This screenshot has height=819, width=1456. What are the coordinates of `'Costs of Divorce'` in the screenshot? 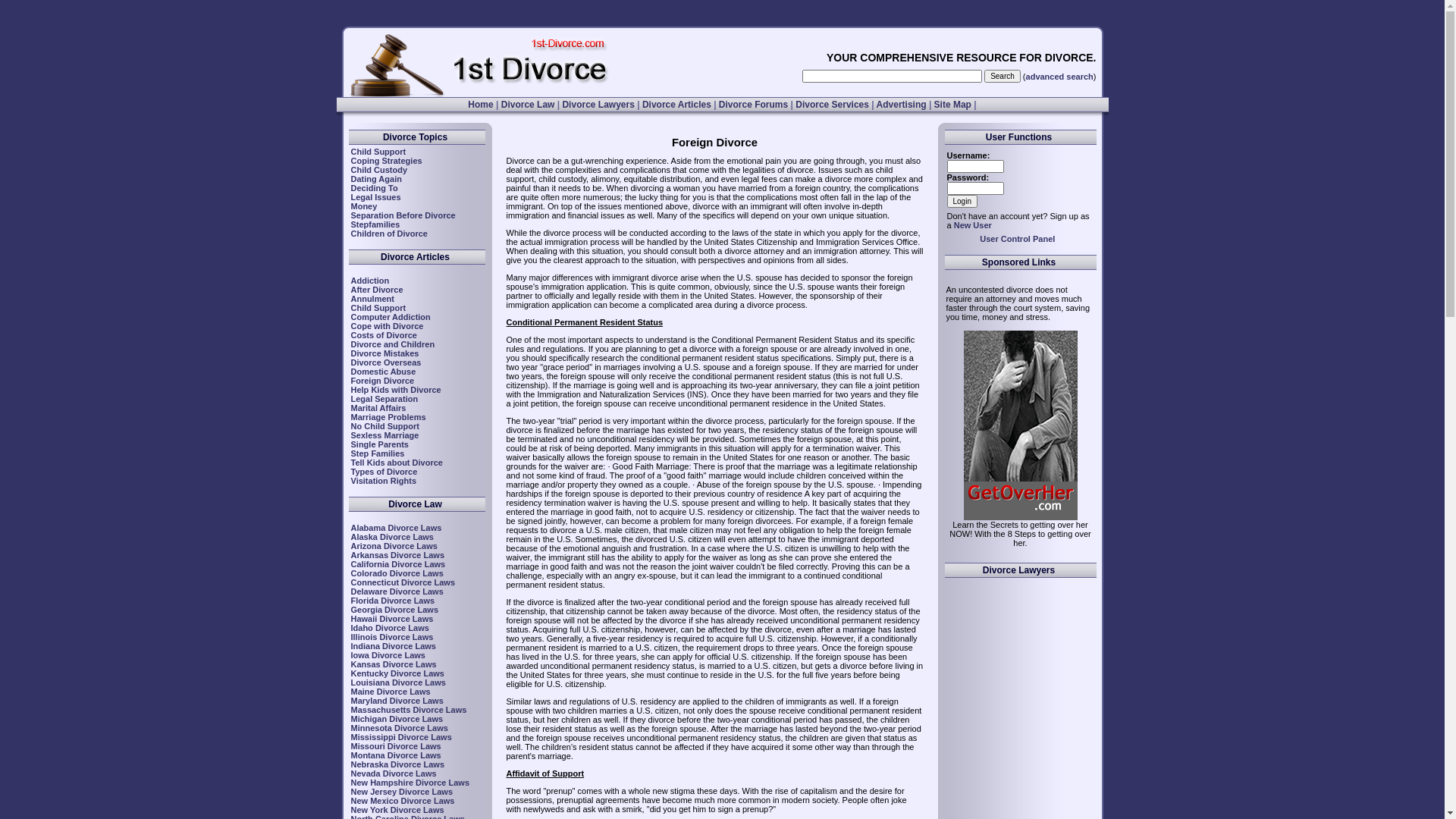 It's located at (383, 334).